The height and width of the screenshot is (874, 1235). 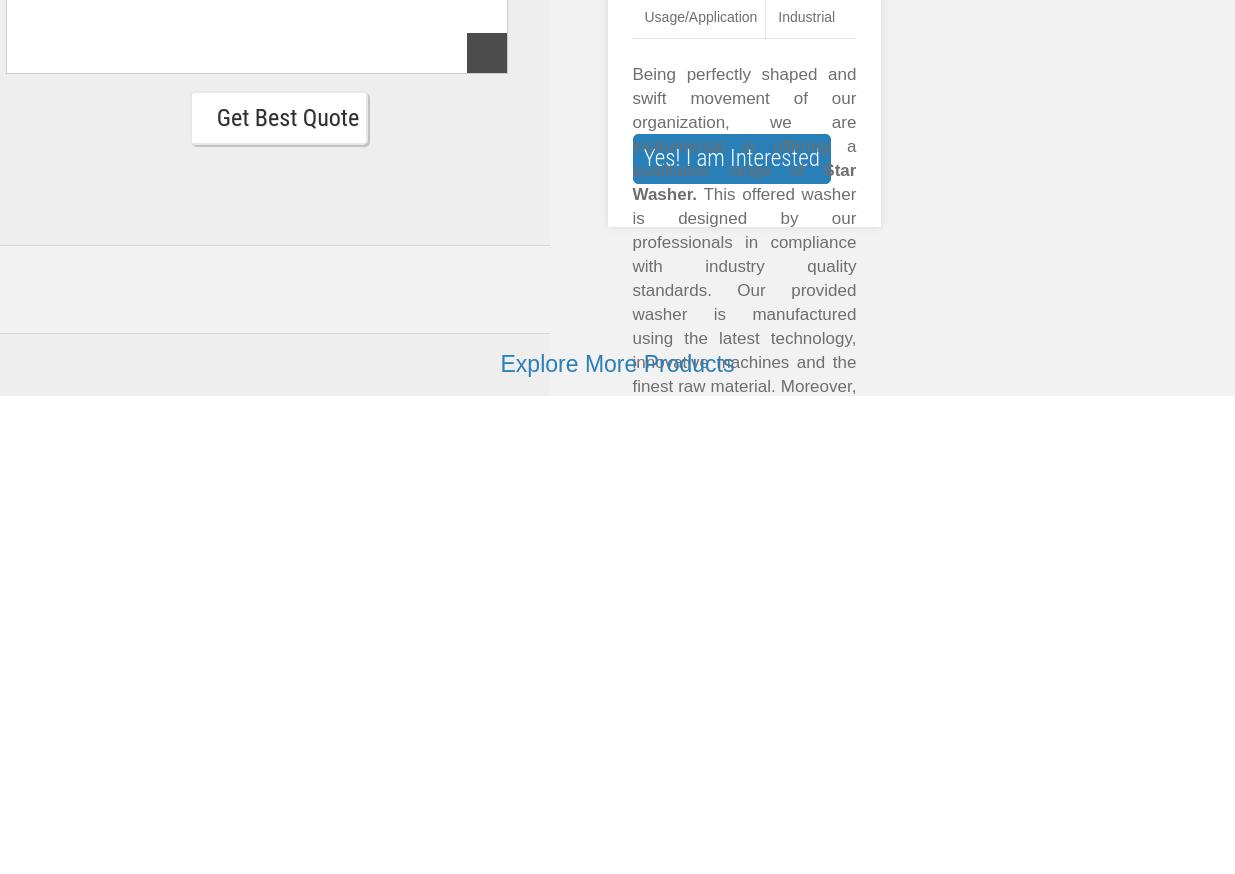 What do you see at coordinates (644, 16) in the screenshot?
I see `'Usage/Application'` at bounding box center [644, 16].